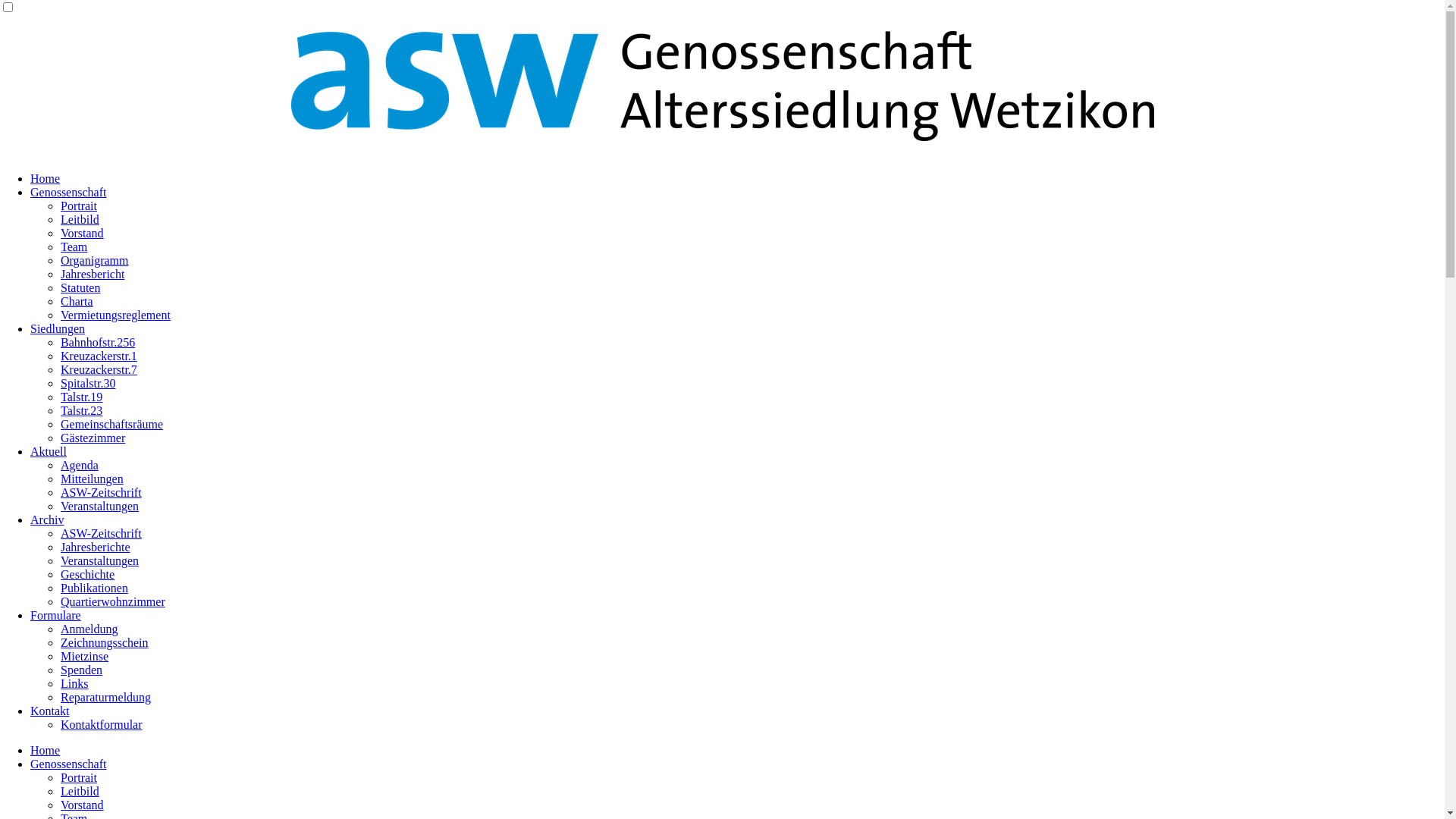 Image resolution: width=1456 pixels, height=819 pixels. What do you see at coordinates (78, 777) in the screenshot?
I see `'Portrait'` at bounding box center [78, 777].